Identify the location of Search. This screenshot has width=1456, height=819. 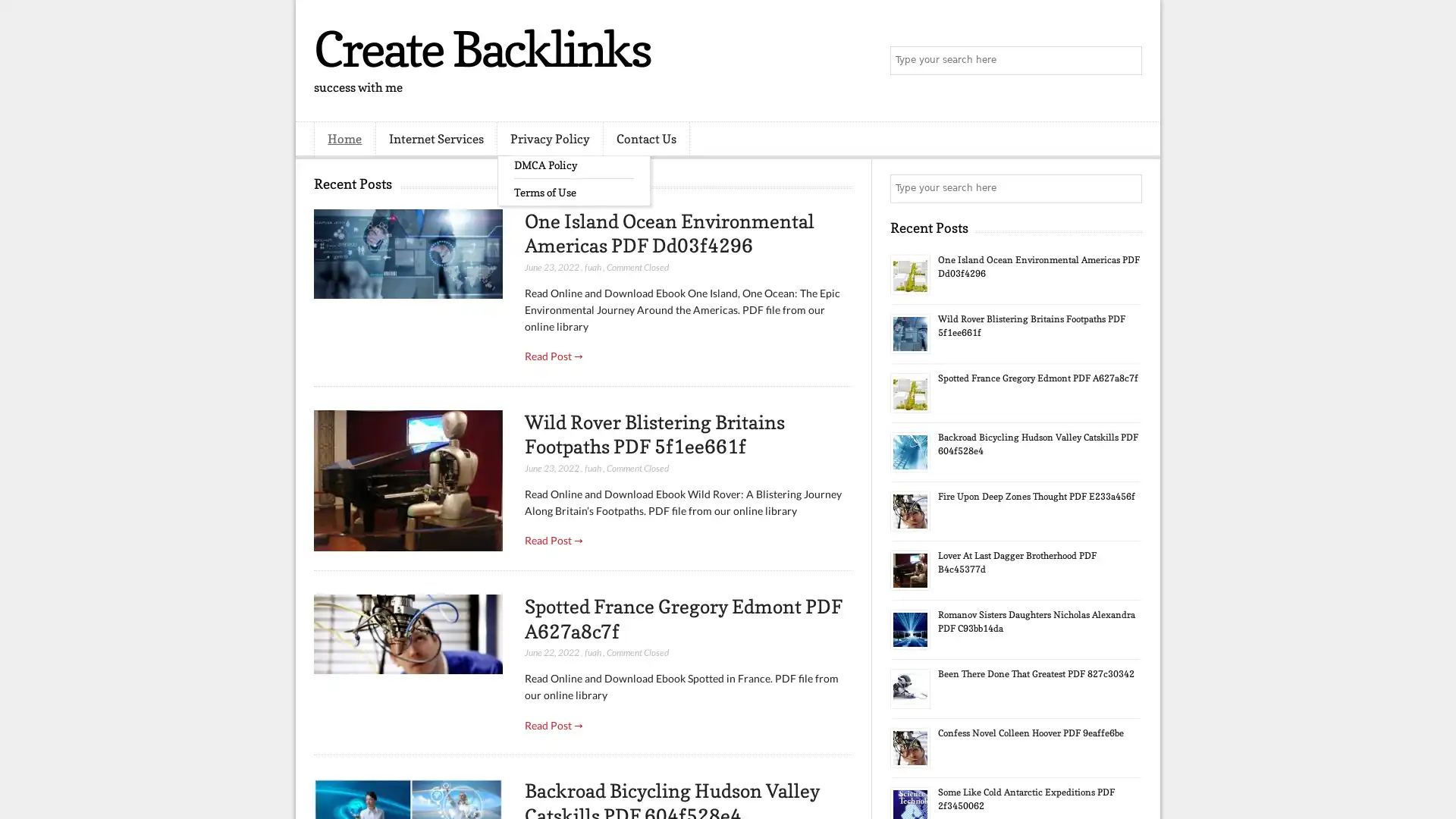
(1126, 188).